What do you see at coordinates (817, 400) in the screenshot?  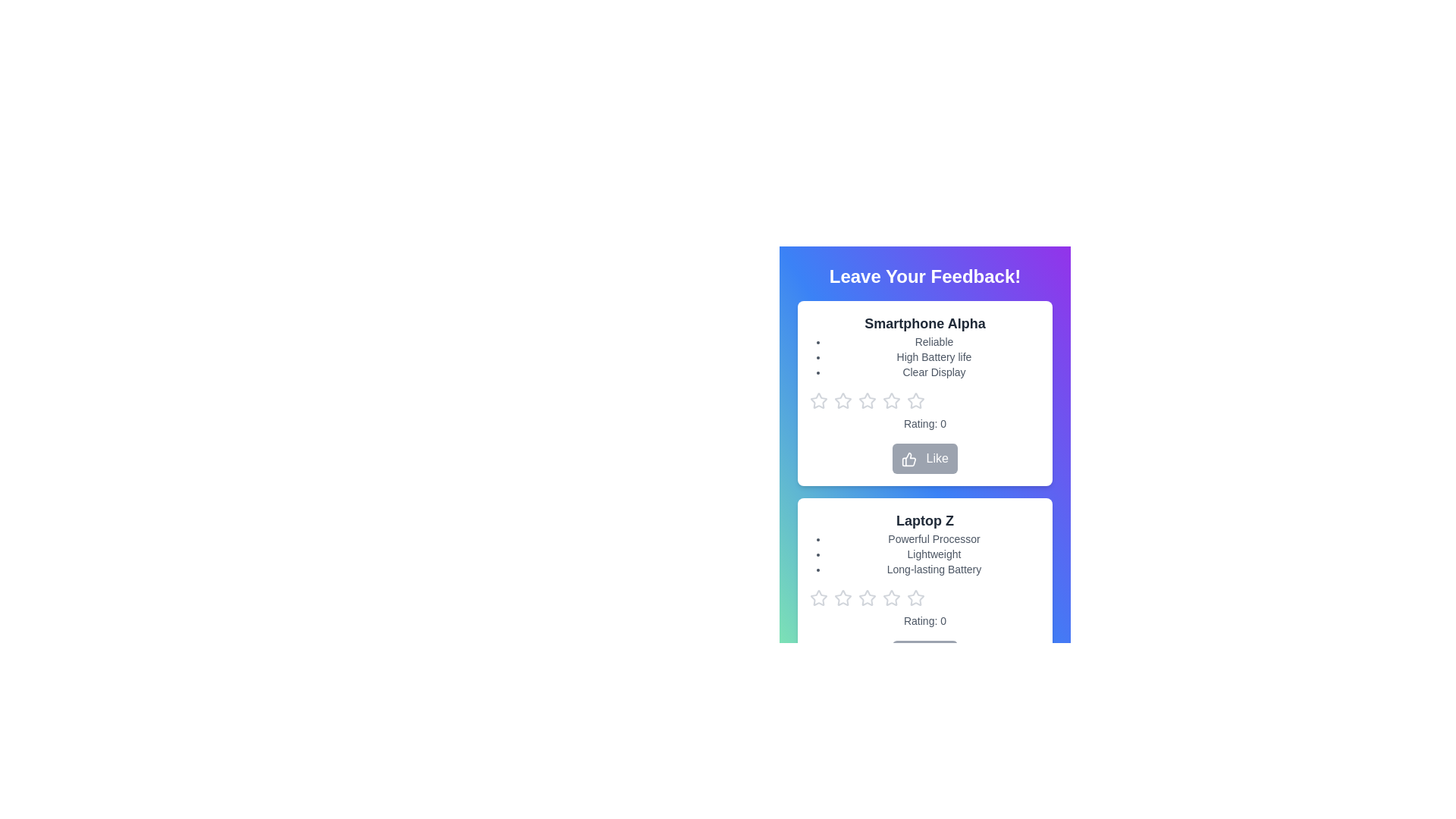 I see `the first rating star icon under the 'Smartphone Alpha' section` at bounding box center [817, 400].